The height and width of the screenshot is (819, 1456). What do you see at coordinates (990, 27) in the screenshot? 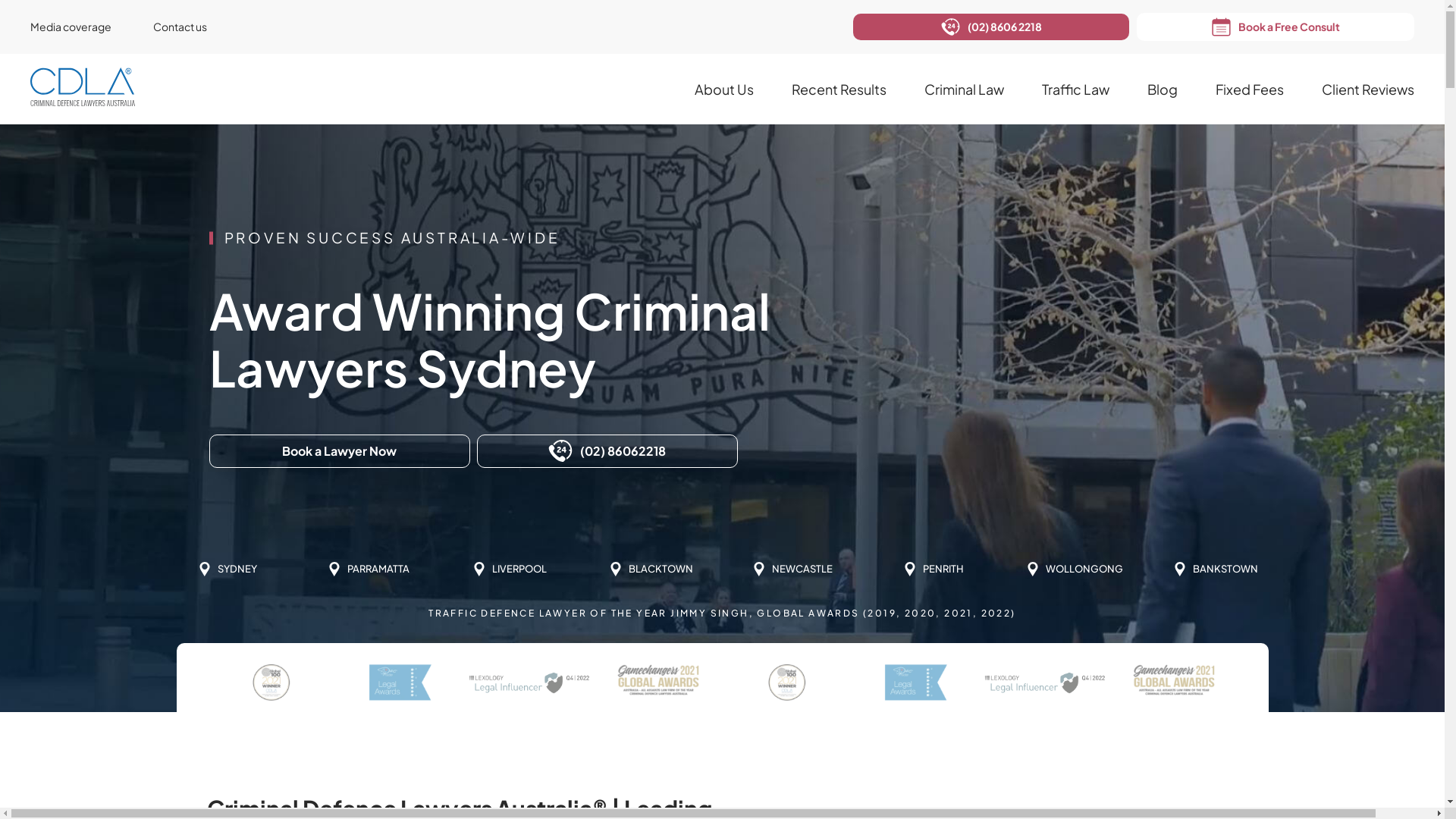
I see `'(02) 8606 2218'` at bounding box center [990, 27].